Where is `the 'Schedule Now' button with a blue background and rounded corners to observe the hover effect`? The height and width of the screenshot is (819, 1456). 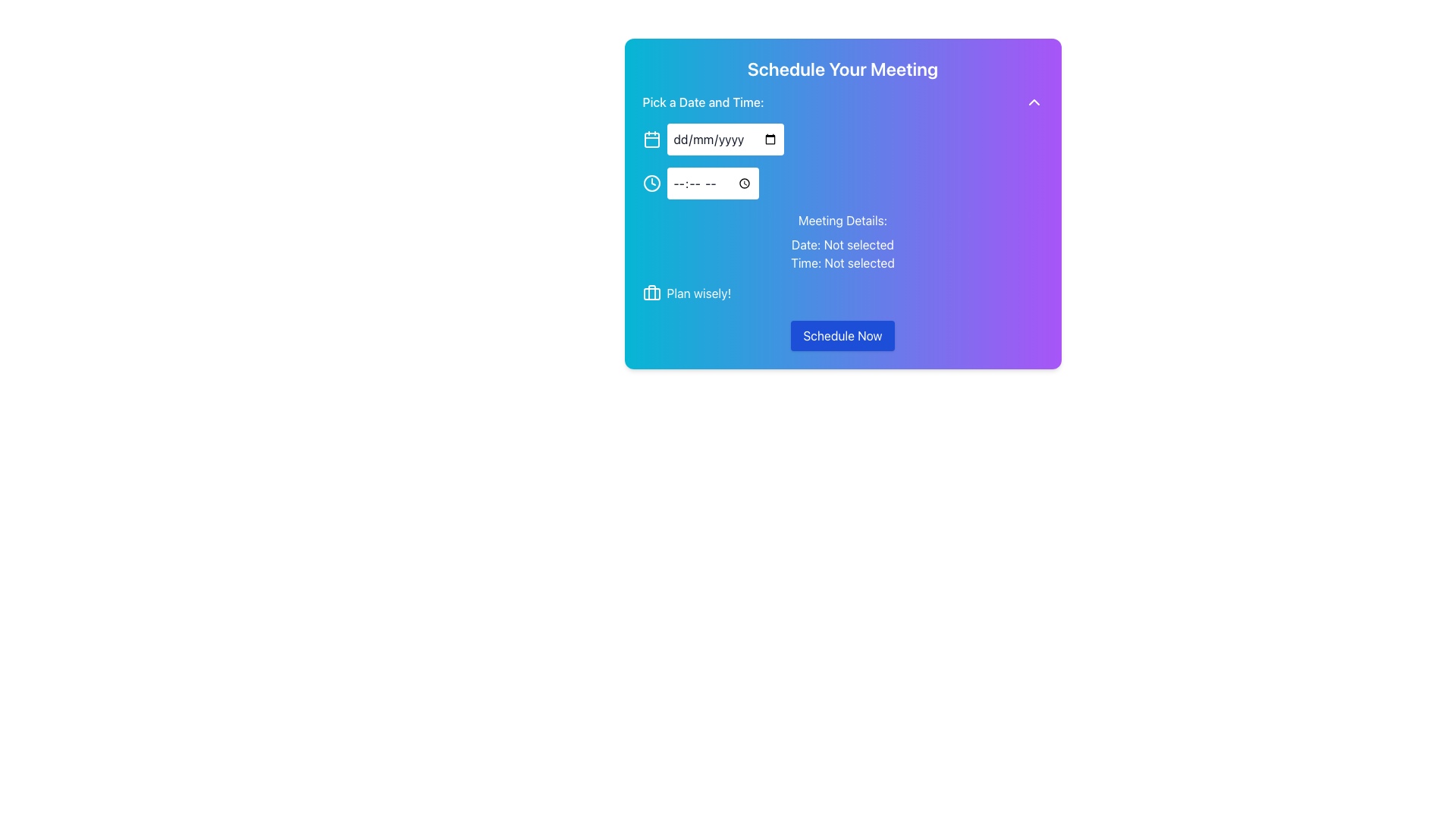
the 'Schedule Now' button with a blue background and rounded corners to observe the hover effect is located at coordinates (842, 335).